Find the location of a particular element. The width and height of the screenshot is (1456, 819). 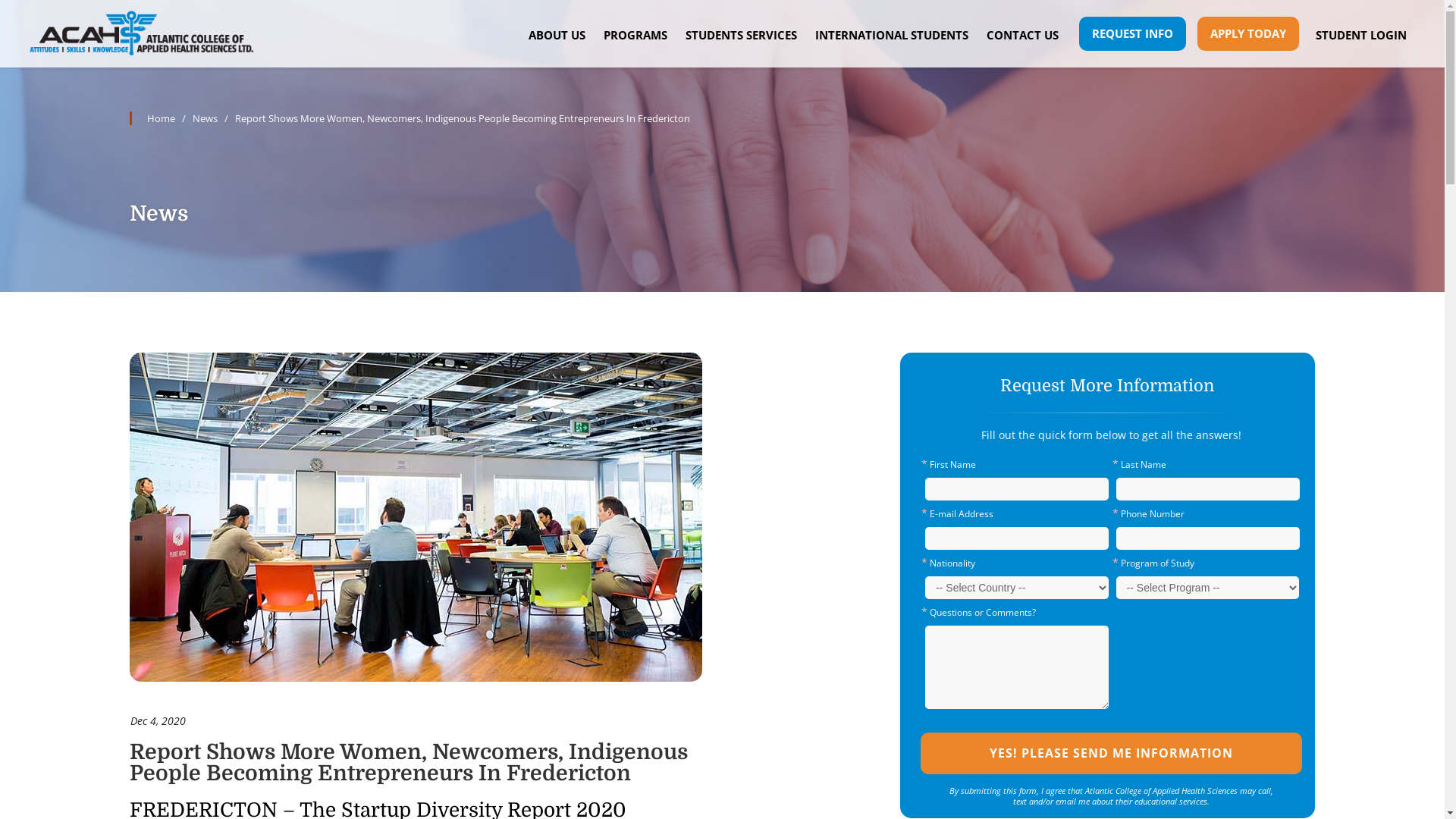

'Home' is located at coordinates (130, 117).